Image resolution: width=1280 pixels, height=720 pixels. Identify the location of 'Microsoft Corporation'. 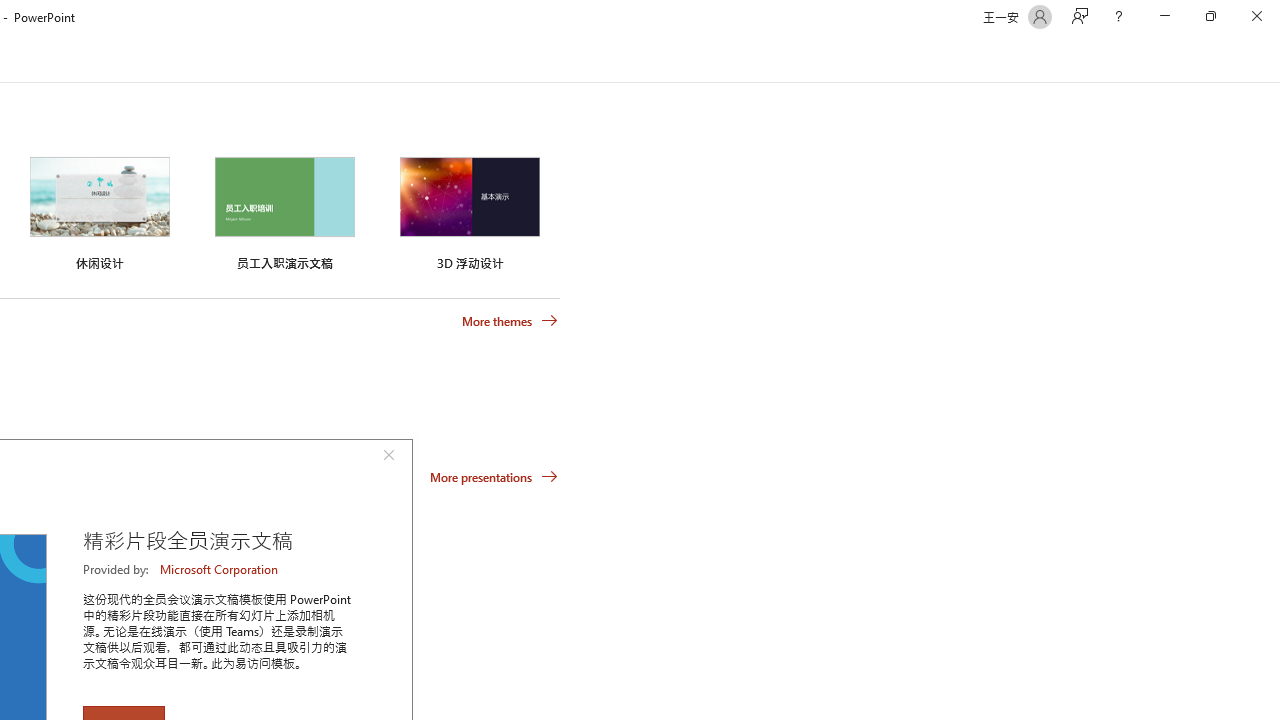
(220, 569).